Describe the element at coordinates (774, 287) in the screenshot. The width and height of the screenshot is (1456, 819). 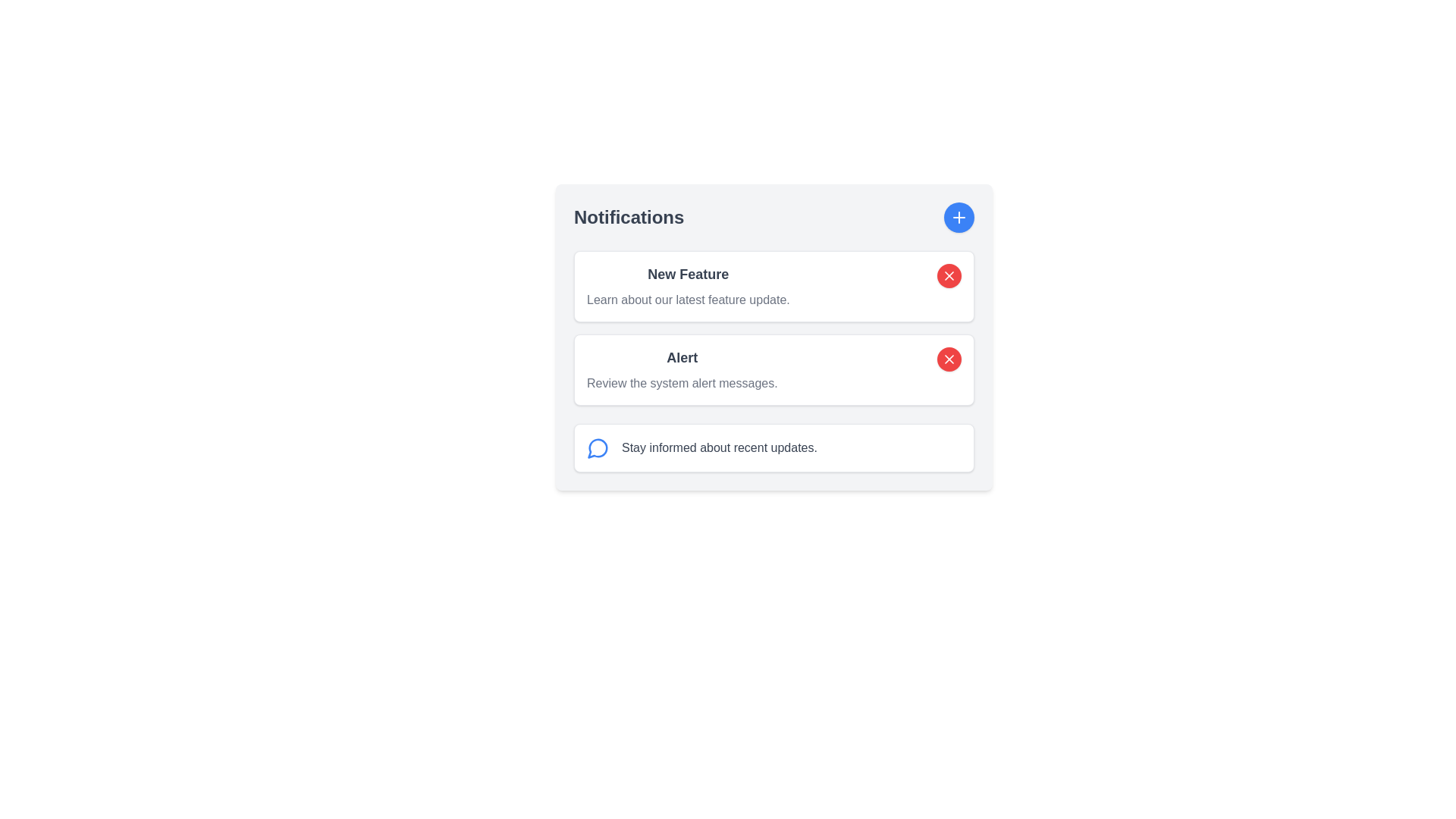
I see `description of the new feature by focusing on the Notification Card that displays 'New Feature' in bold dark gray font and the description in lighter gray font` at that location.